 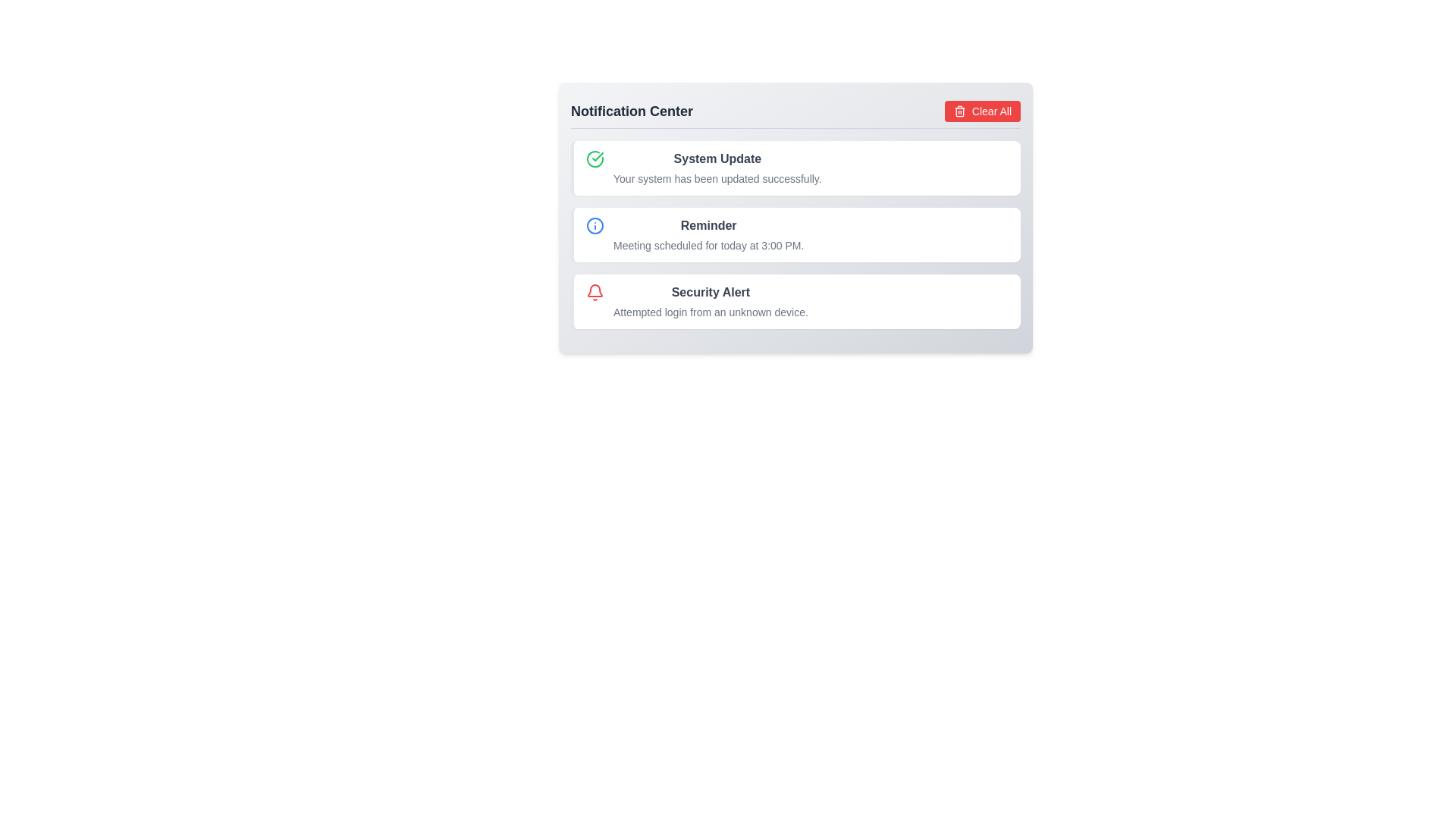 I want to click on the header label that indicates the notifications content at the top-left corner of the notification panel, so click(x=632, y=110).